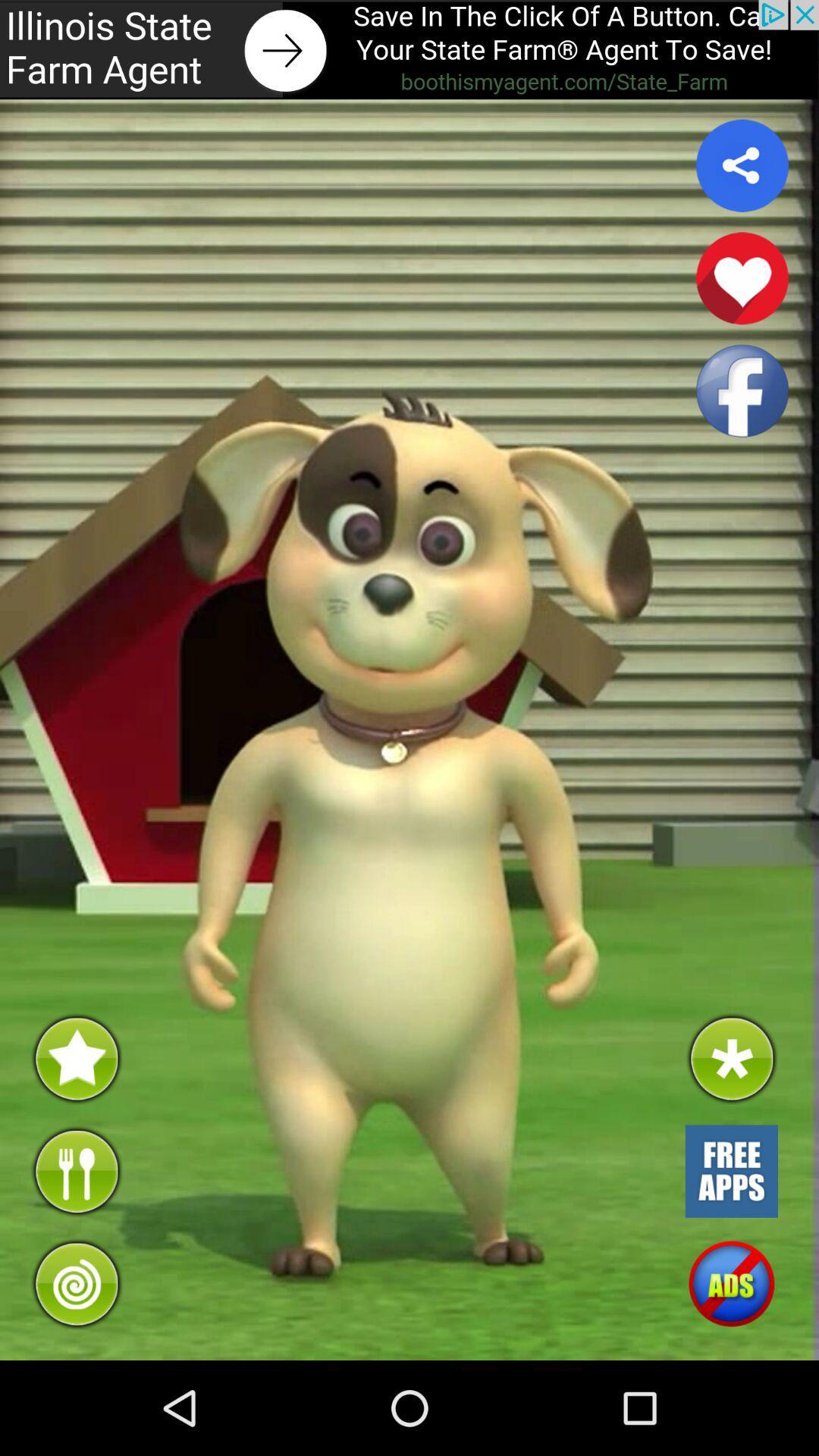 The height and width of the screenshot is (1456, 819). What do you see at coordinates (742, 297) in the screenshot?
I see `the favorite icon` at bounding box center [742, 297].